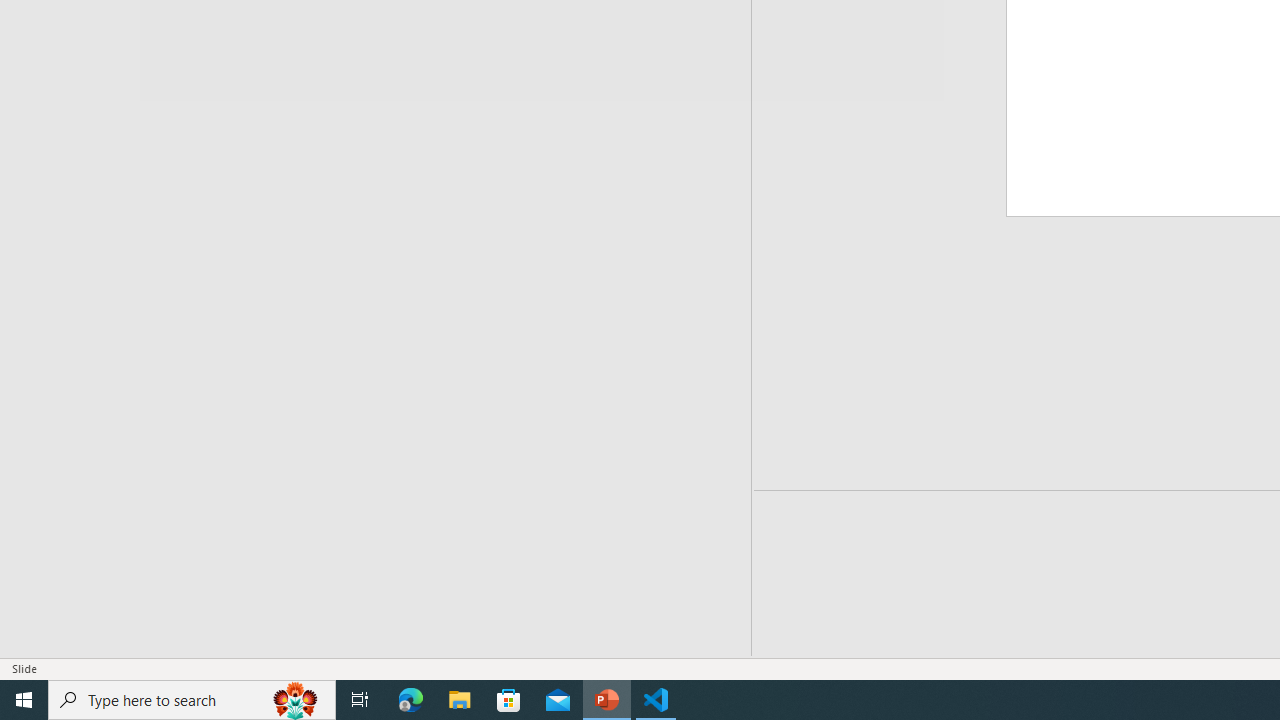  I want to click on 'Start', so click(24, 698).